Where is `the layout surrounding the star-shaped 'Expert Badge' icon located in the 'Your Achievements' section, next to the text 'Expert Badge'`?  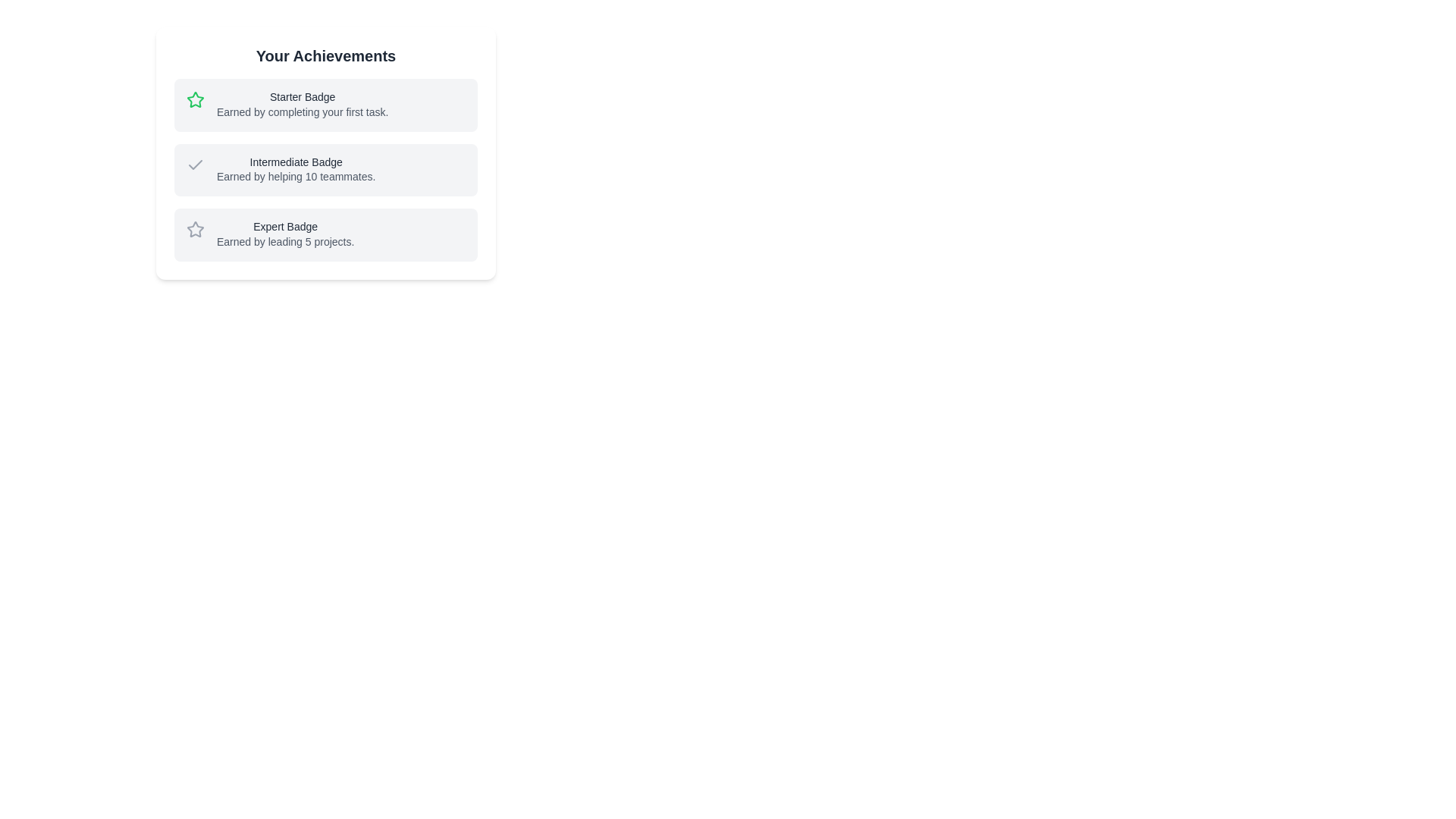 the layout surrounding the star-shaped 'Expert Badge' icon located in the 'Your Achievements' section, next to the text 'Expert Badge' is located at coordinates (195, 229).